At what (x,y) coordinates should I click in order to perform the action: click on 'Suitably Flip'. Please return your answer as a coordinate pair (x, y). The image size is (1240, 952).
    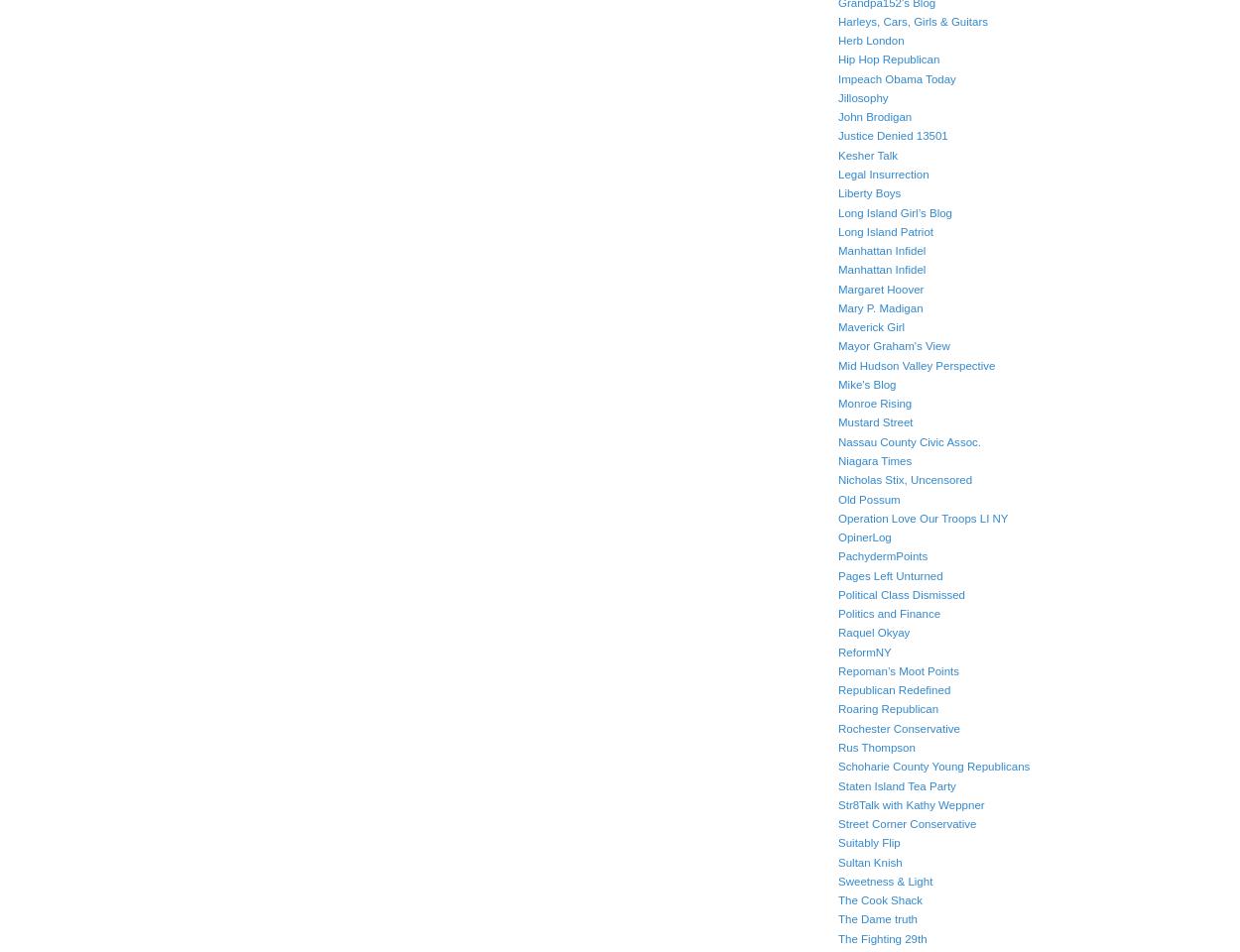
    Looking at the image, I should click on (869, 841).